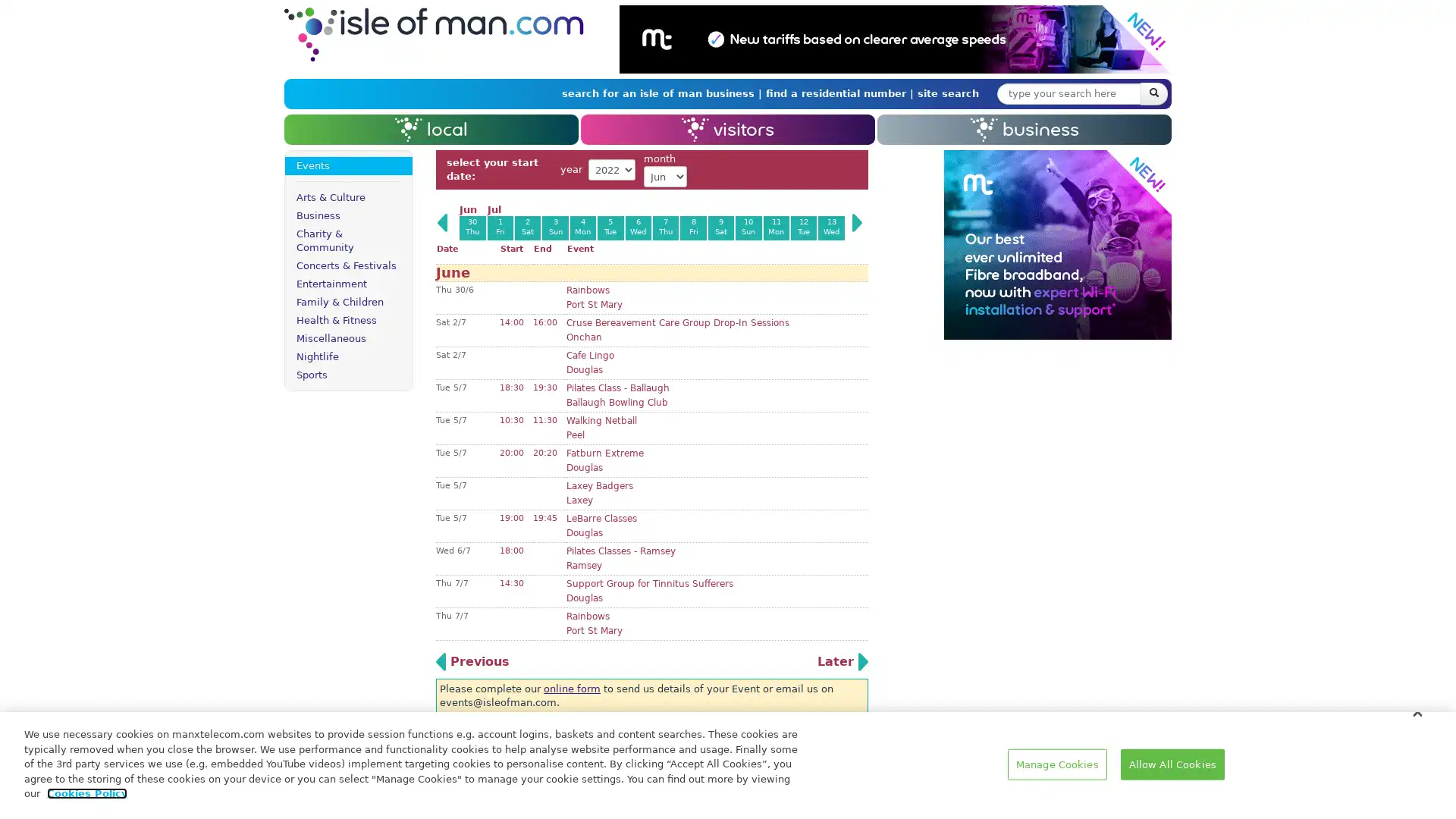 The height and width of the screenshot is (819, 1456). What do you see at coordinates (1416, 711) in the screenshot?
I see `Close` at bounding box center [1416, 711].